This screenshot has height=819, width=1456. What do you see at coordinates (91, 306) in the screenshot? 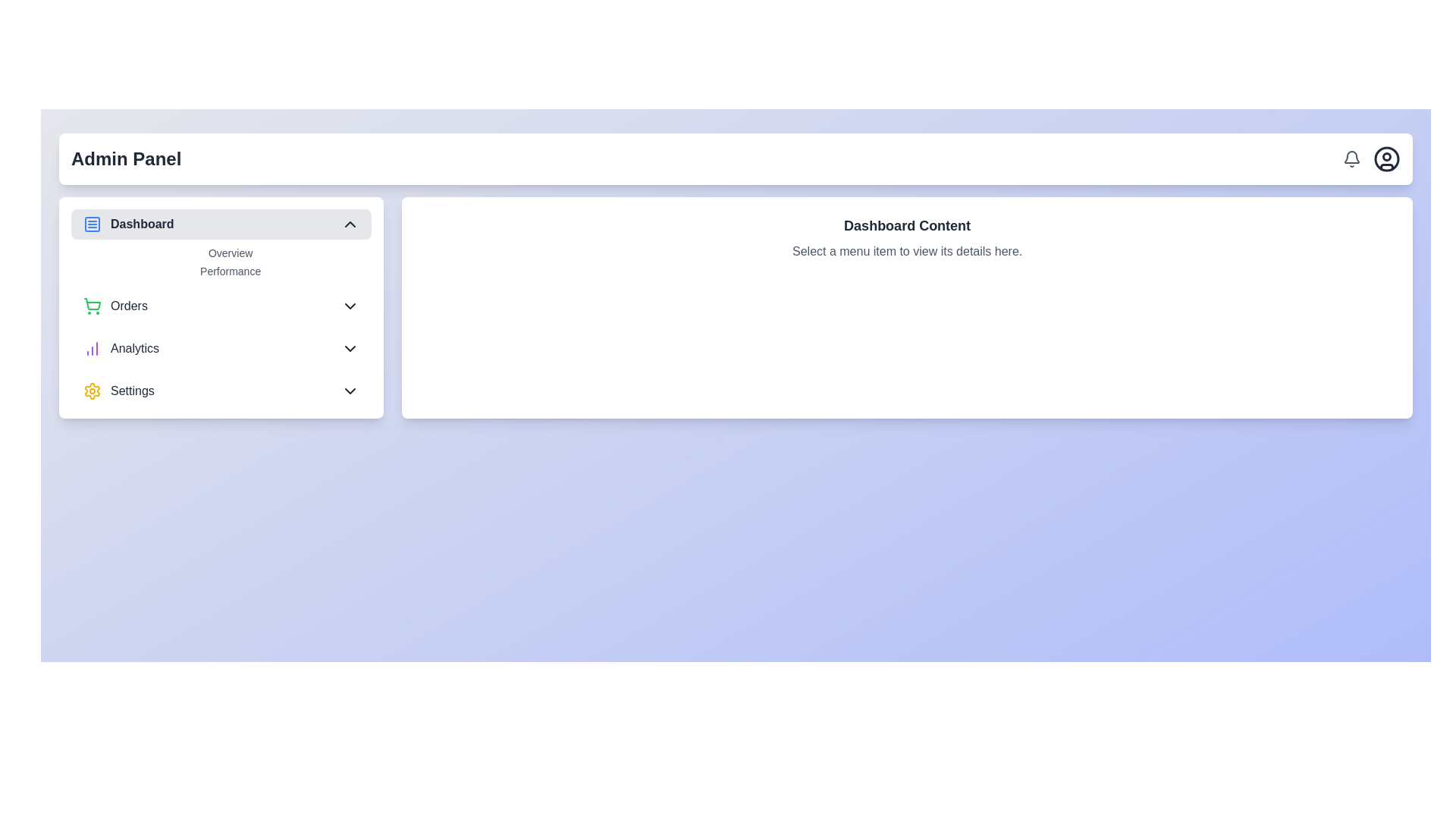
I see `the shopping cart icon representing the 'Orders' section located in the left sidebar menu, positioned beneath the 'Dashboard' section and above the 'Analytics' section` at bounding box center [91, 306].